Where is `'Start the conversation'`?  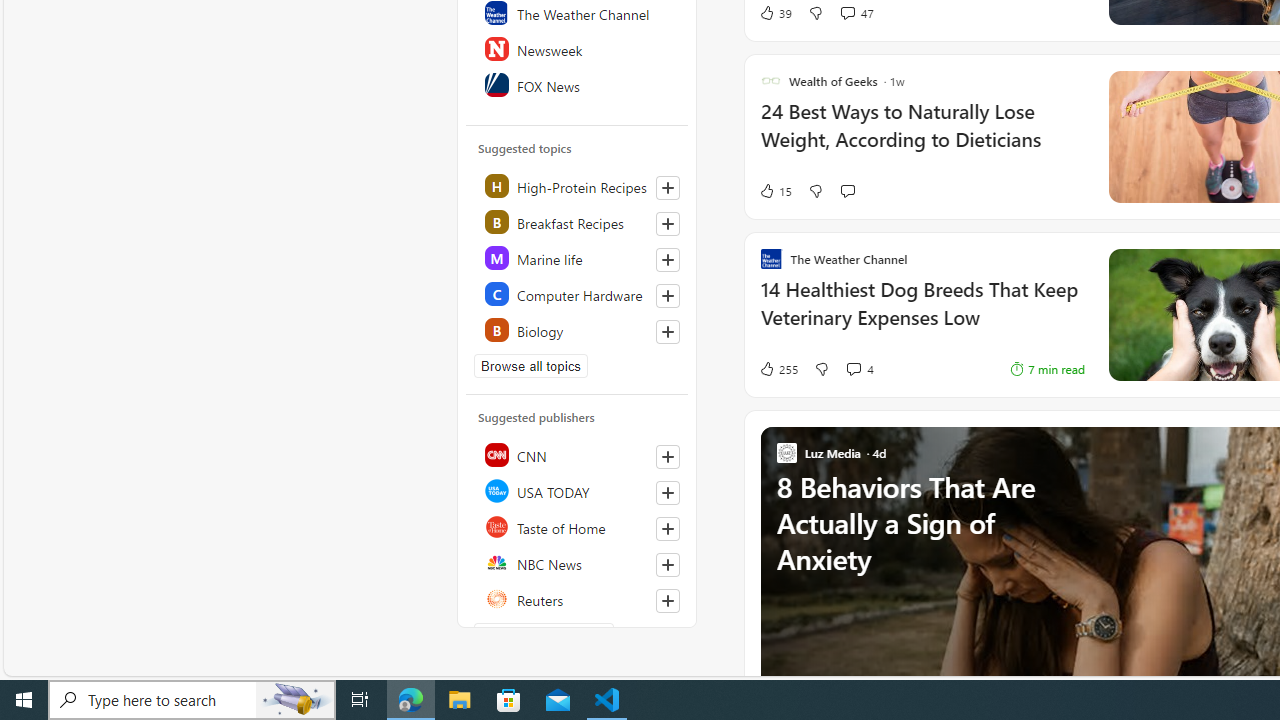 'Start the conversation' is located at coordinates (847, 190).